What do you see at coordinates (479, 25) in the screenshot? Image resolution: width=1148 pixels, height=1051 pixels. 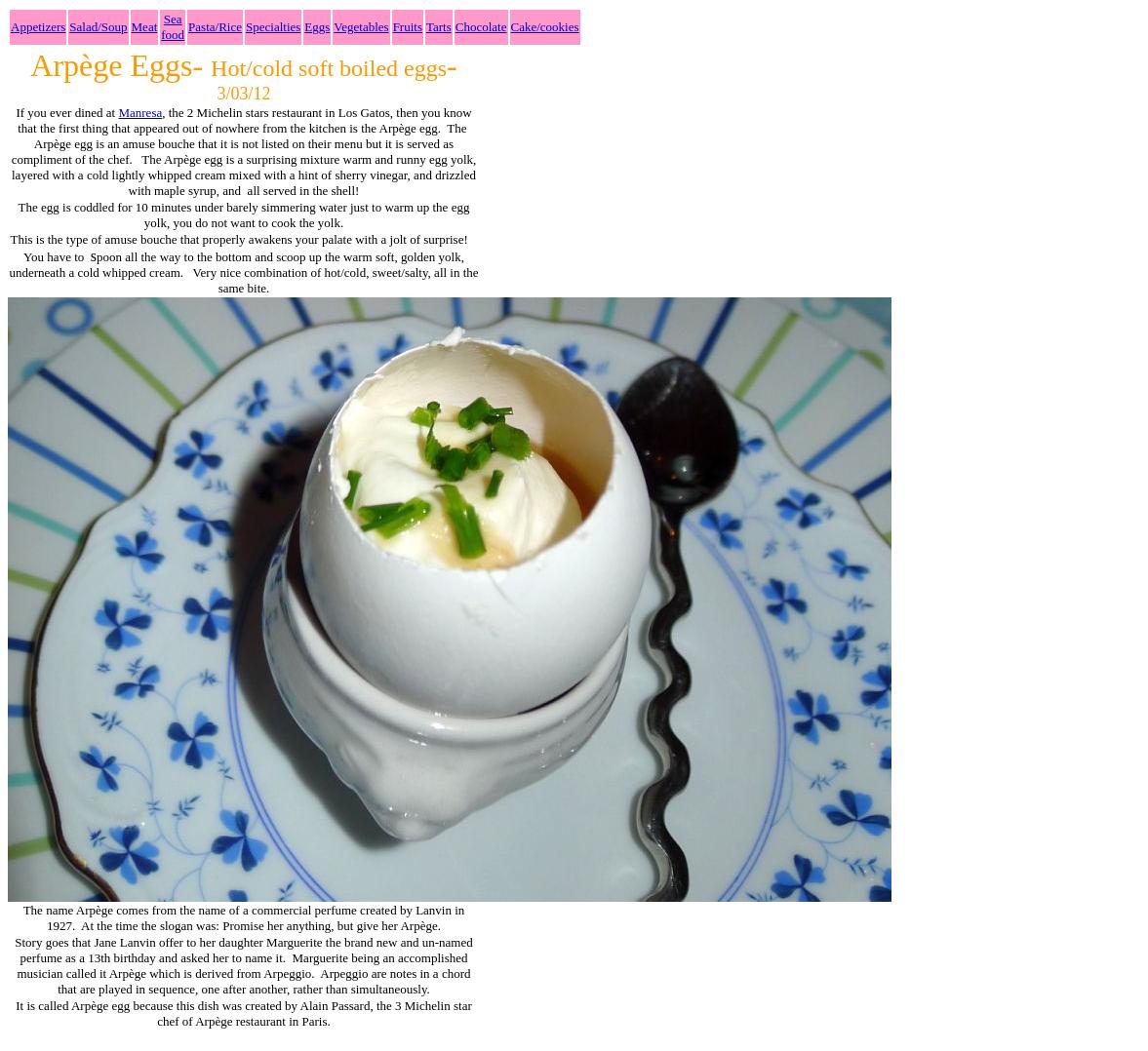 I see `'Chocolate'` at bounding box center [479, 25].